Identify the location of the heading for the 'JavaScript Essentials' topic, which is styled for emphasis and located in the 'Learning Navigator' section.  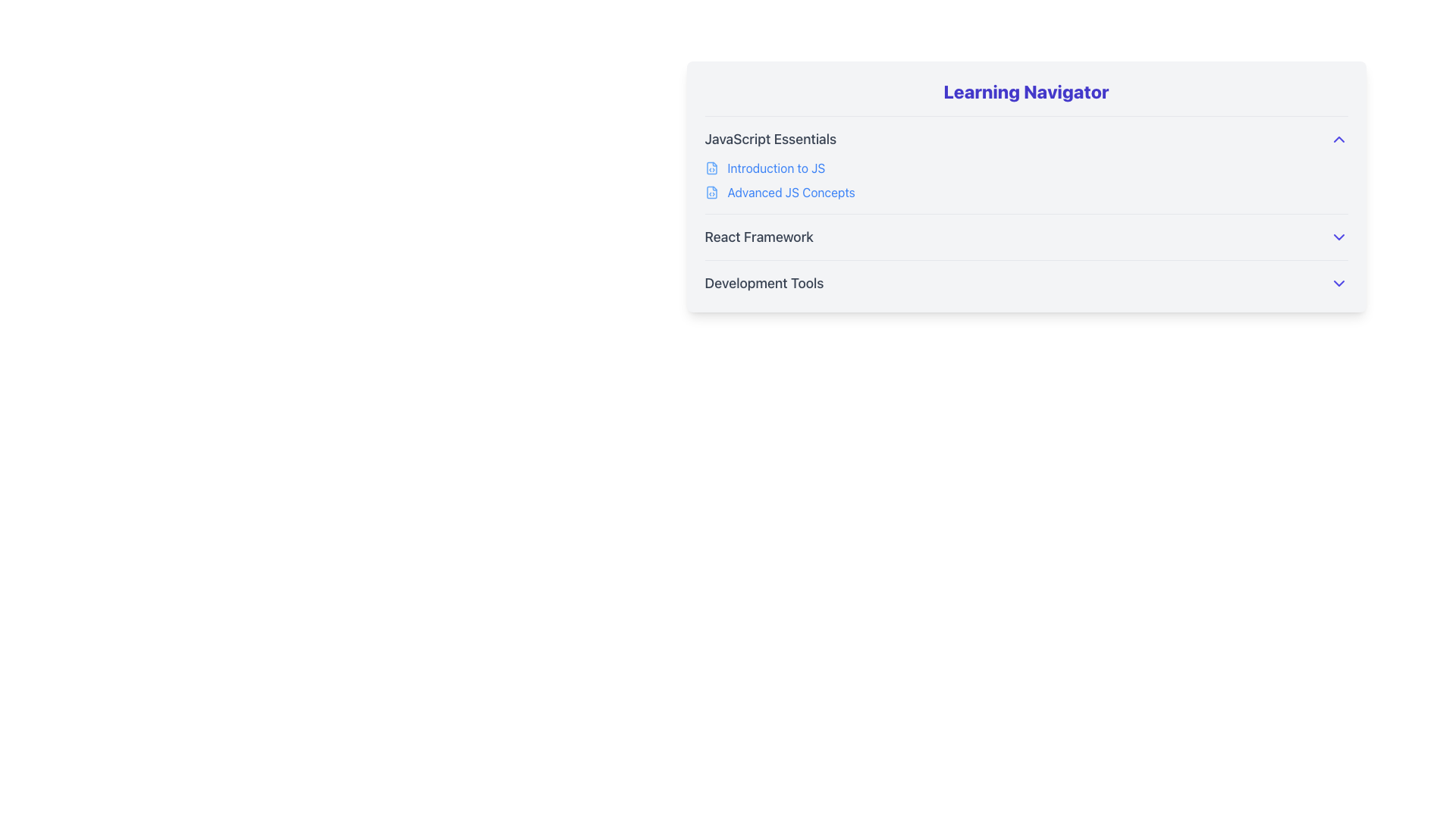
(770, 140).